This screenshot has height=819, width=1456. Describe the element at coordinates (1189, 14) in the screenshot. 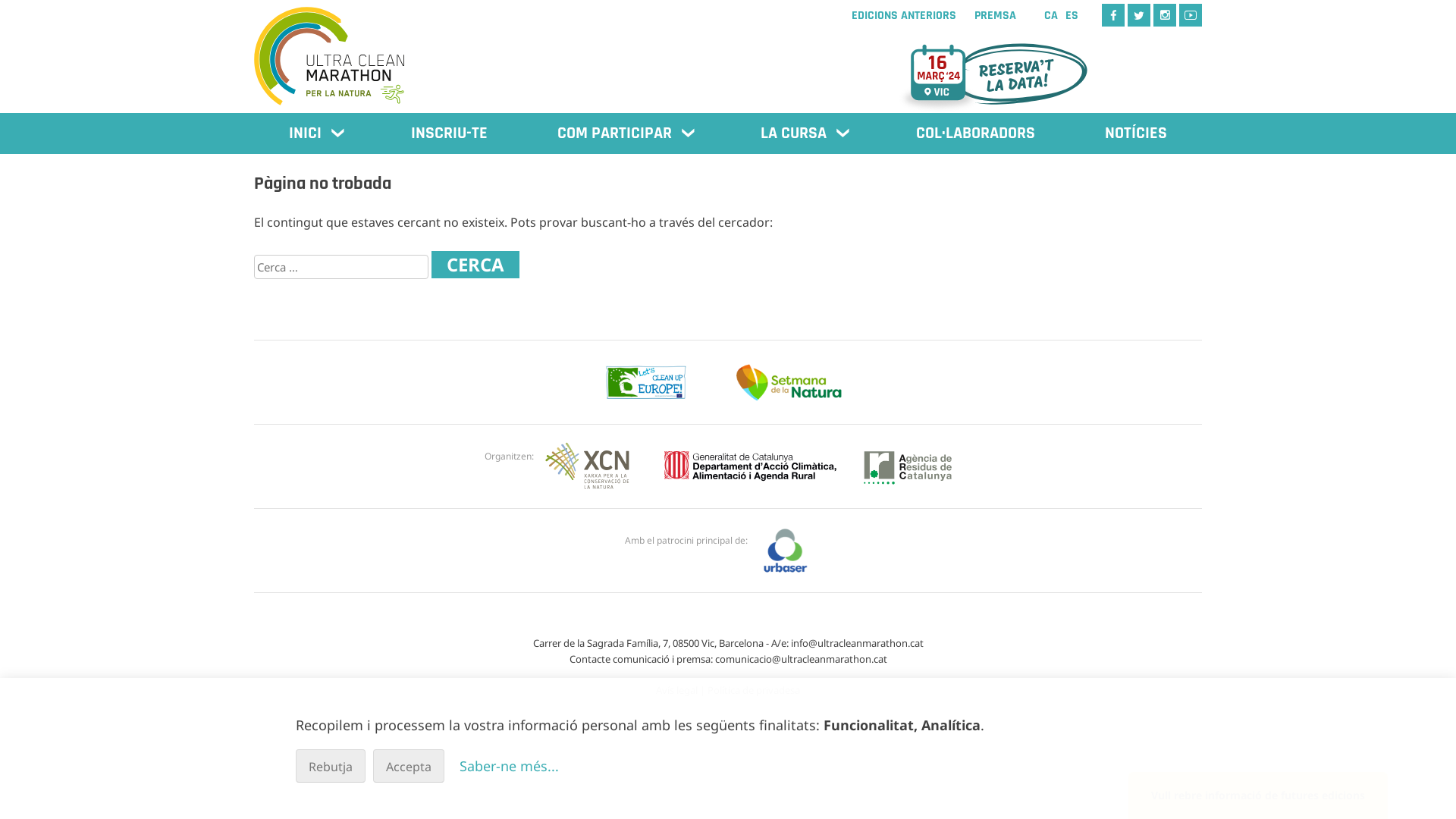

I see `'Youtube'` at that location.